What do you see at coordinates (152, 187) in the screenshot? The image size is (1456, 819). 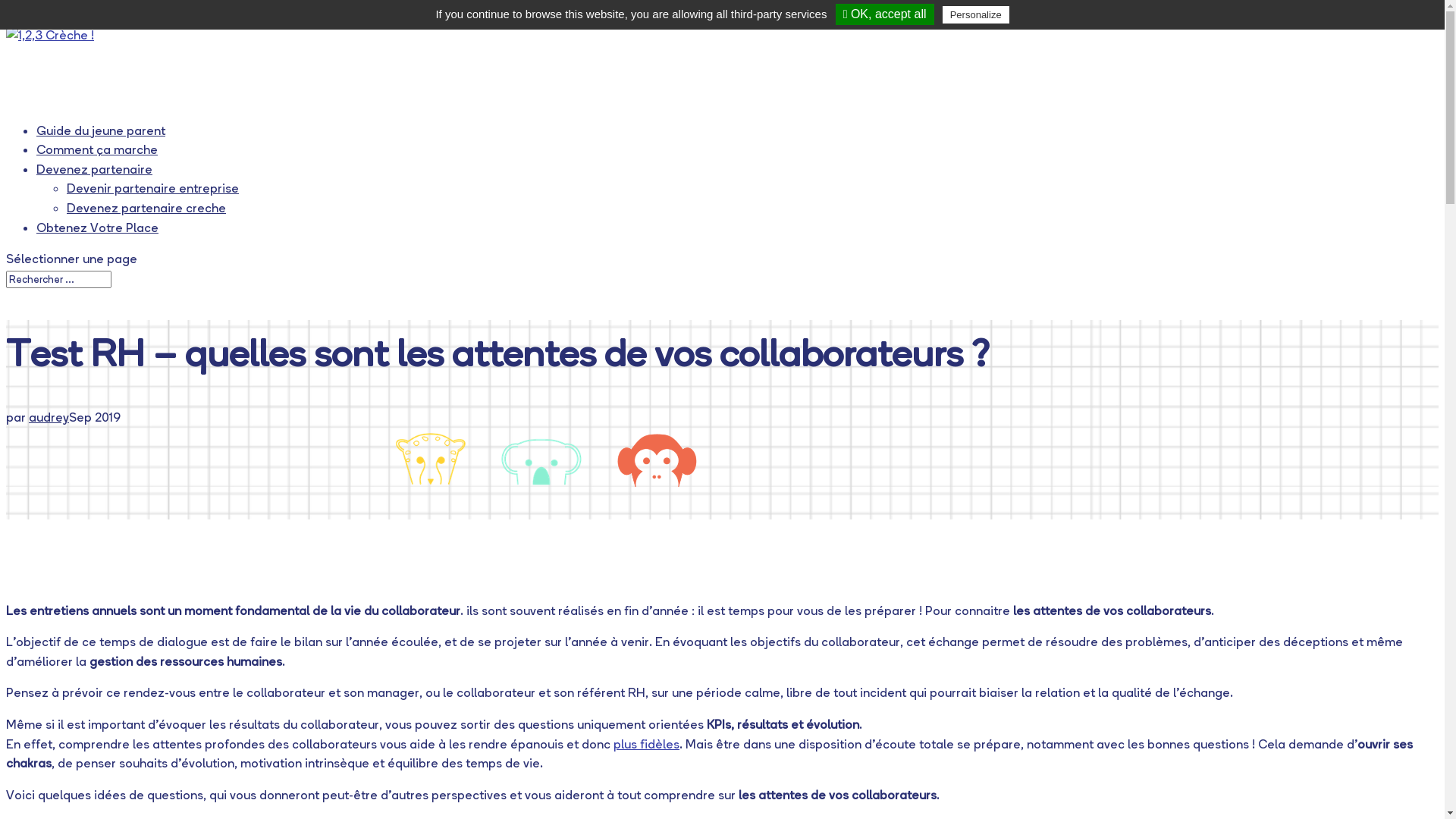 I see `'Devenir partenaire entreprise'` at bounding box center [152, 187].